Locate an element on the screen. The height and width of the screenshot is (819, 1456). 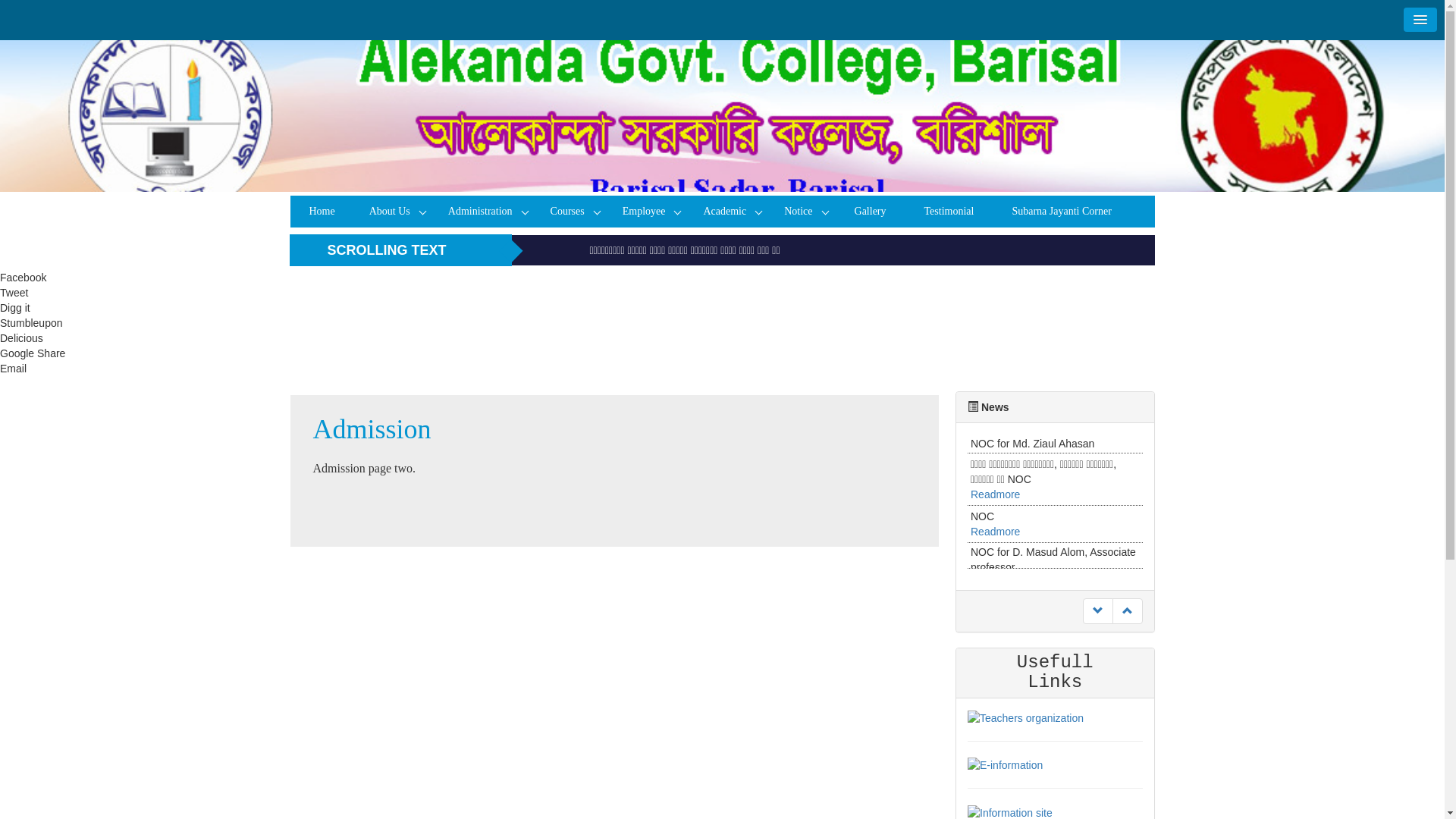
'Readmore' is located at coordinates (995, 550).